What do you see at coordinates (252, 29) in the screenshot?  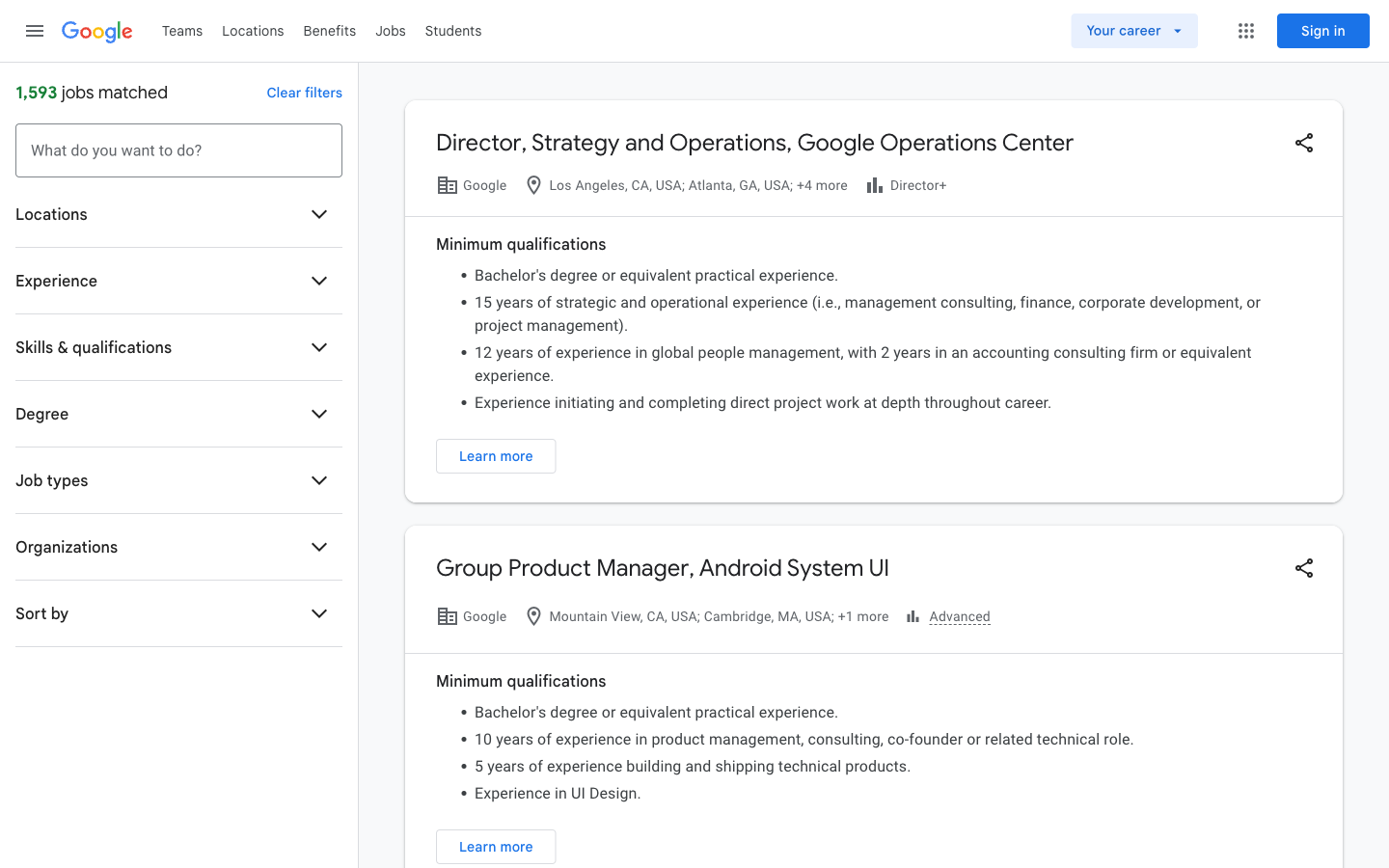 I see `Verify all the sites` at bounding box center [252, 29].